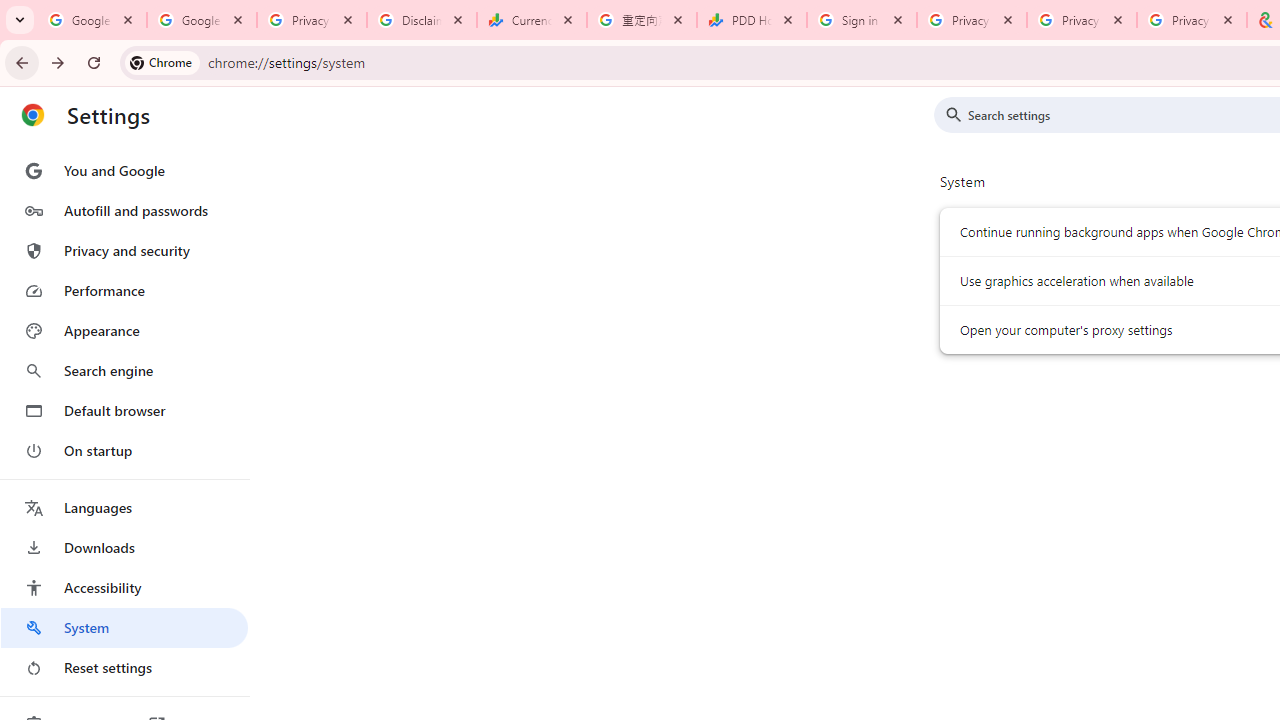 The width and height of the screenshot is (1280, 720). Describe the element at coordinates (123, 451) in the screenshot. I see `'On startup'` at that location.